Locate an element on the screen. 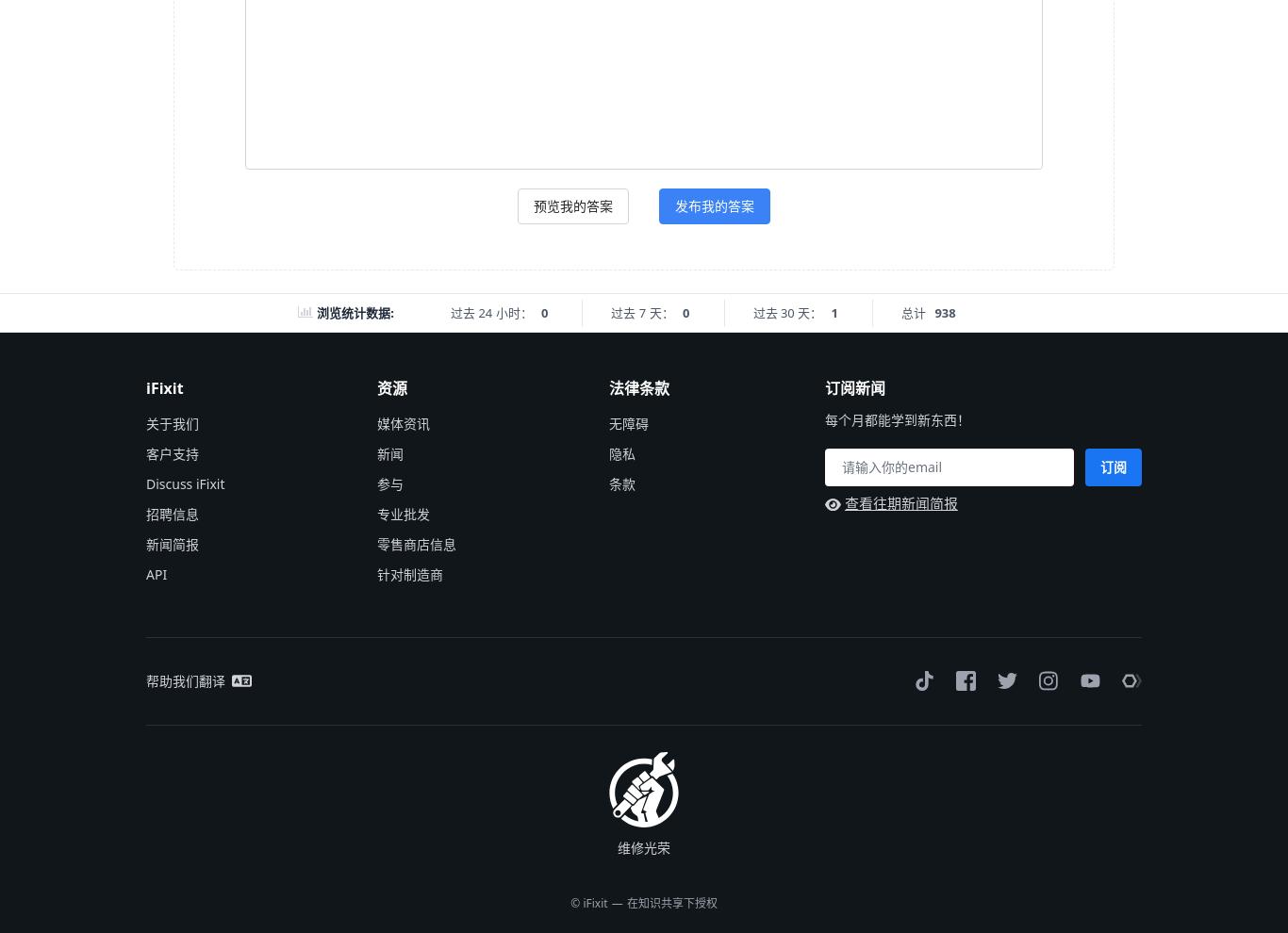  '浏览统计数据:' is located at coordinates (355, 312).